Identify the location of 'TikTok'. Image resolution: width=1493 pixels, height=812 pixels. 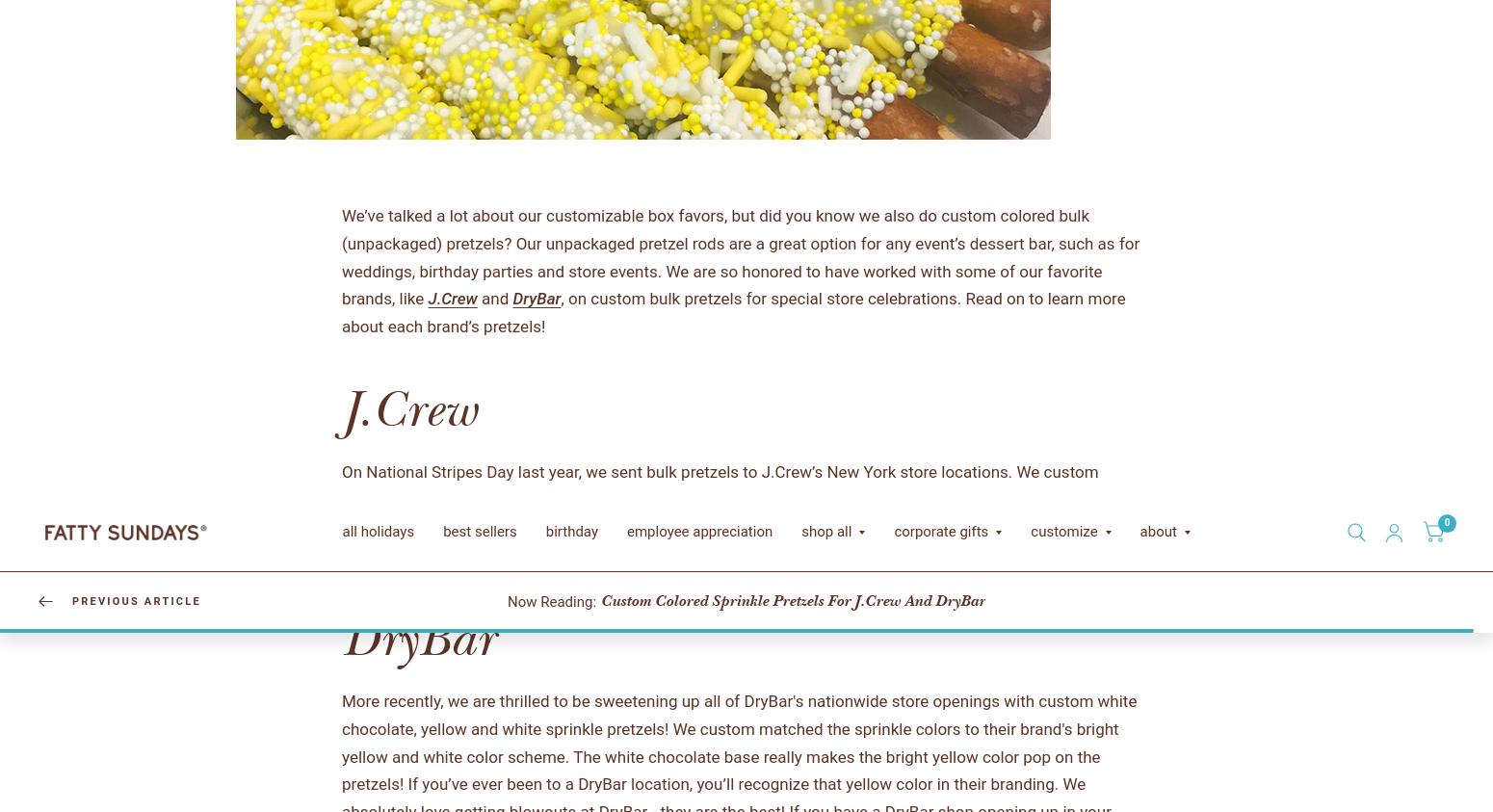
(390, 787).